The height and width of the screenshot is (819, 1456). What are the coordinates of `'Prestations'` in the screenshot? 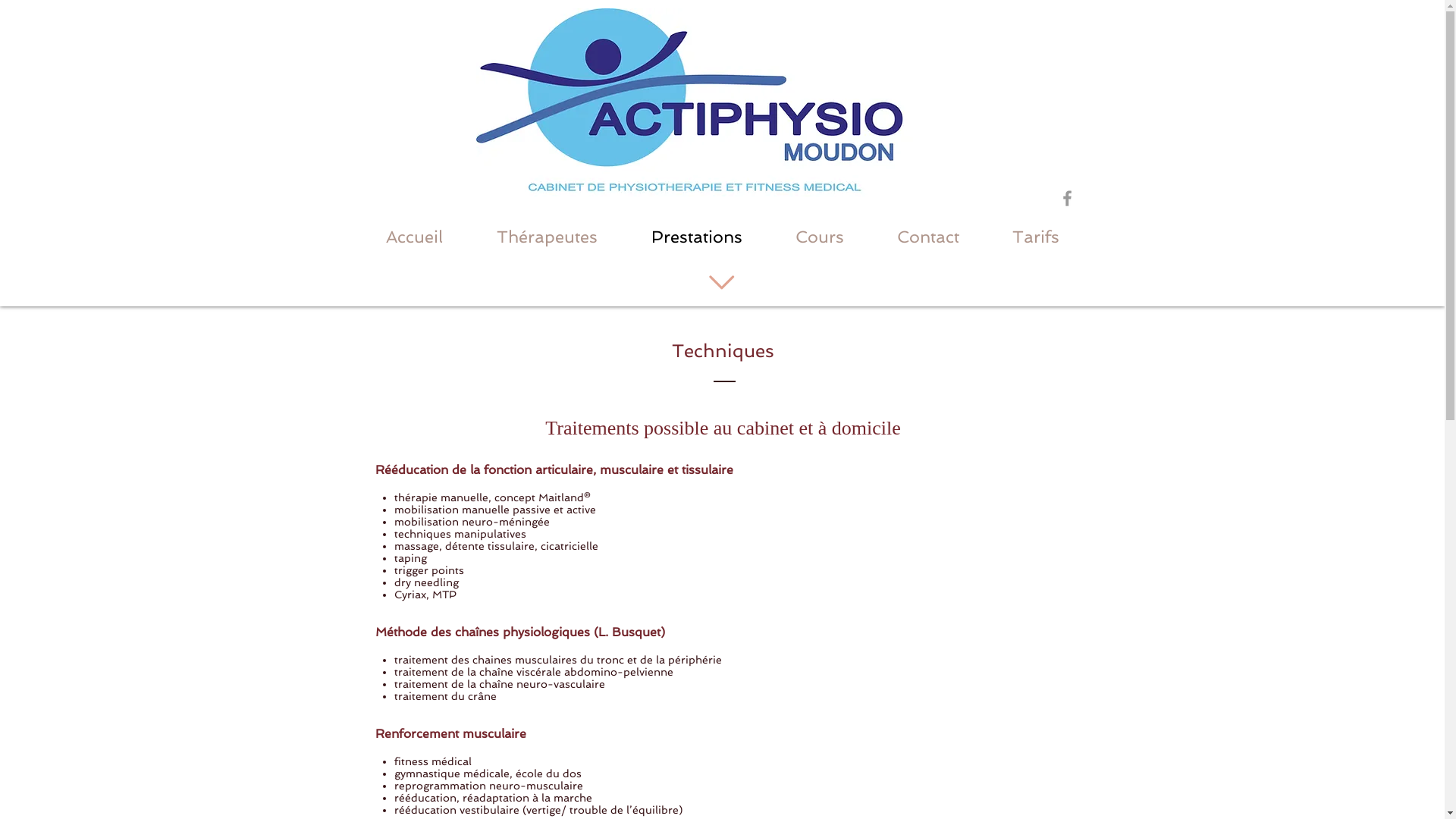 It's located at (625, 237).